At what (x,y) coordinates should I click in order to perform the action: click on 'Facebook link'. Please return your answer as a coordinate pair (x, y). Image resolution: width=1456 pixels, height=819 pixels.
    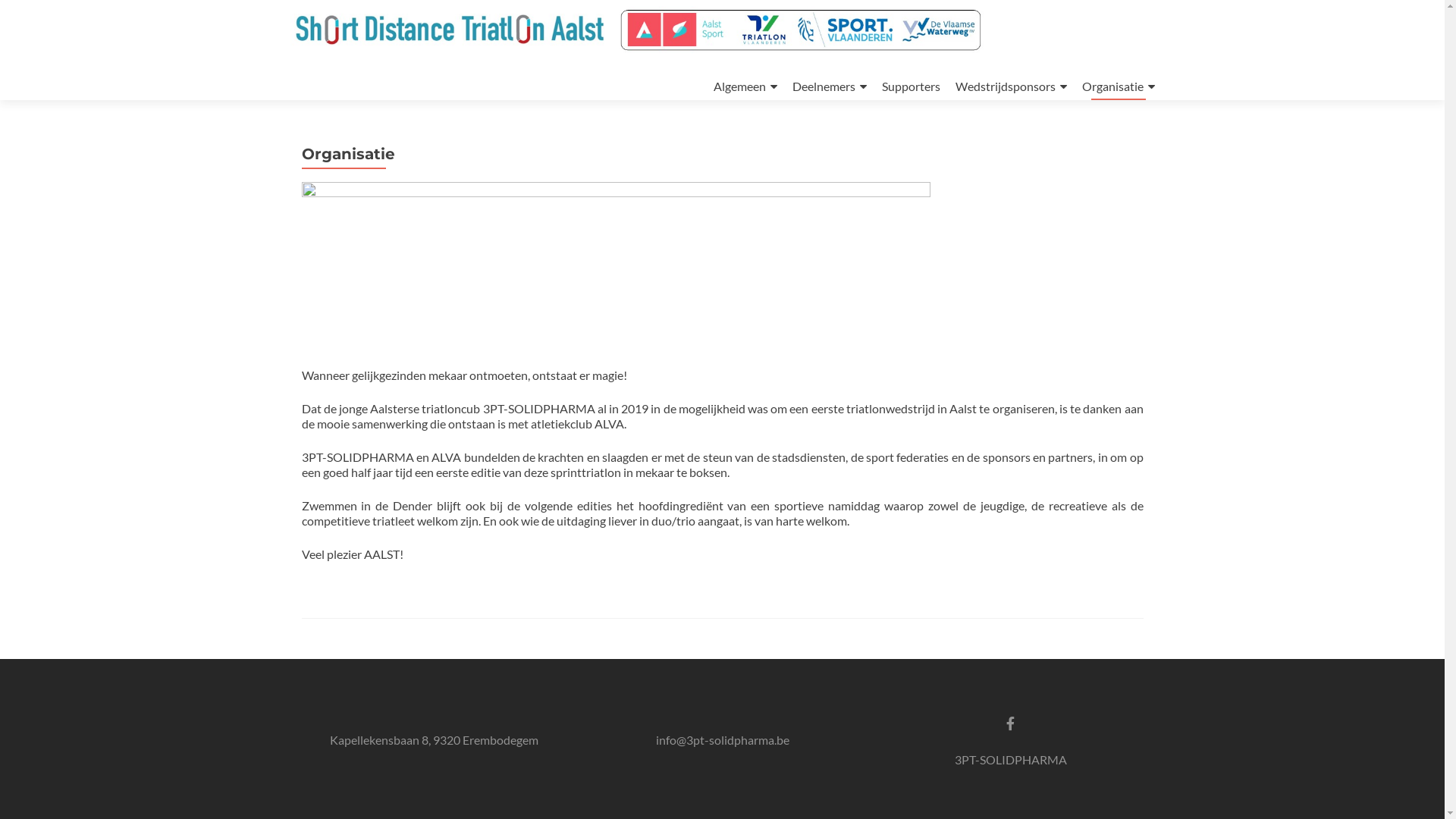
    Looking at the image, I should click on (1006, 721).